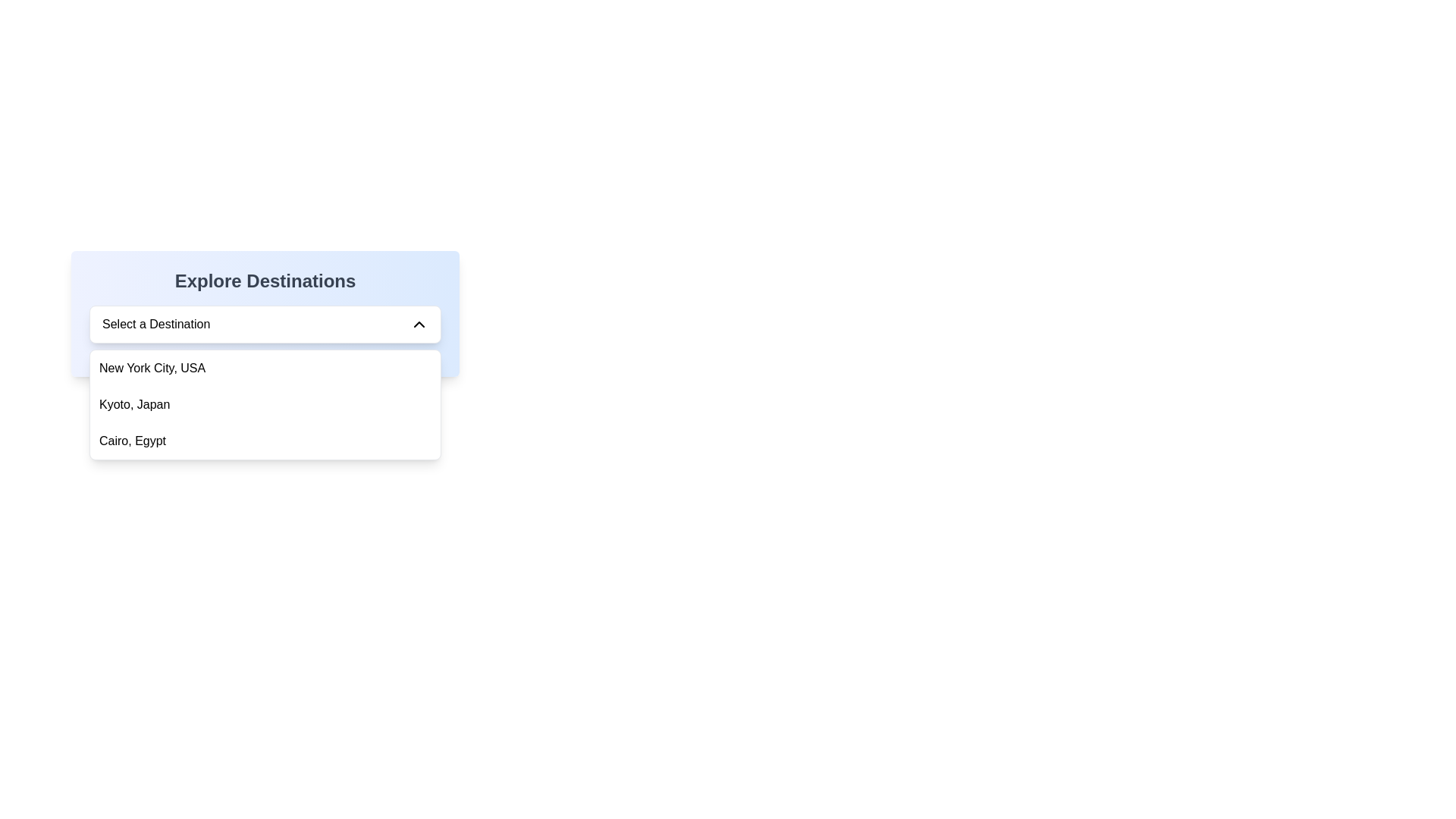 The image size is (1456, 819). What do you see at coordinates (265, 403) in the screenshot?
I see `the second item in the dropdown menu that sets 'Kyoto, Japan' as the destination` at bounding box center [265, 403].